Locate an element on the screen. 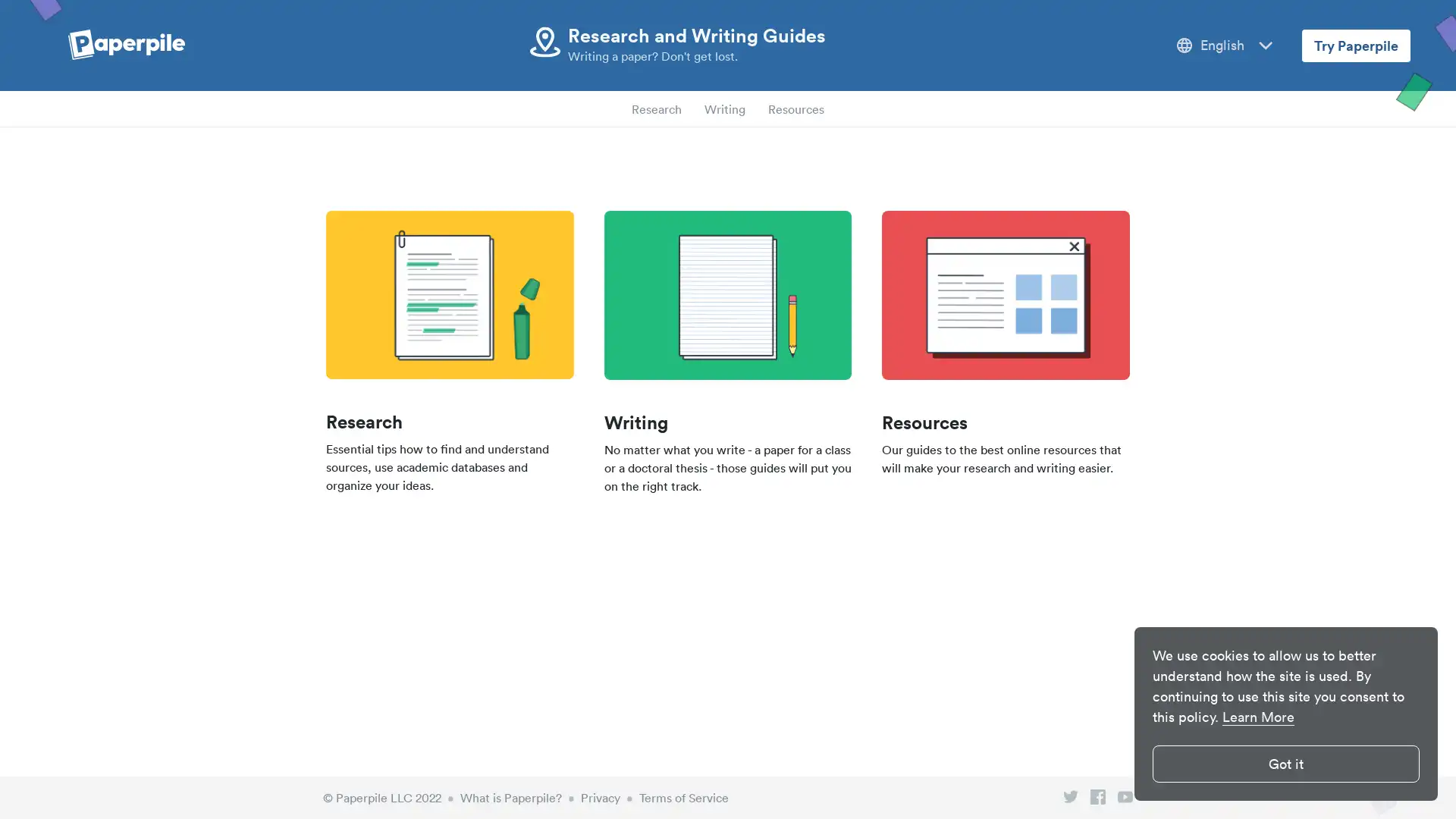 The width and height of the screenshot is (1456, 819). Try Paperpile is located at coordinates (1356, 44).